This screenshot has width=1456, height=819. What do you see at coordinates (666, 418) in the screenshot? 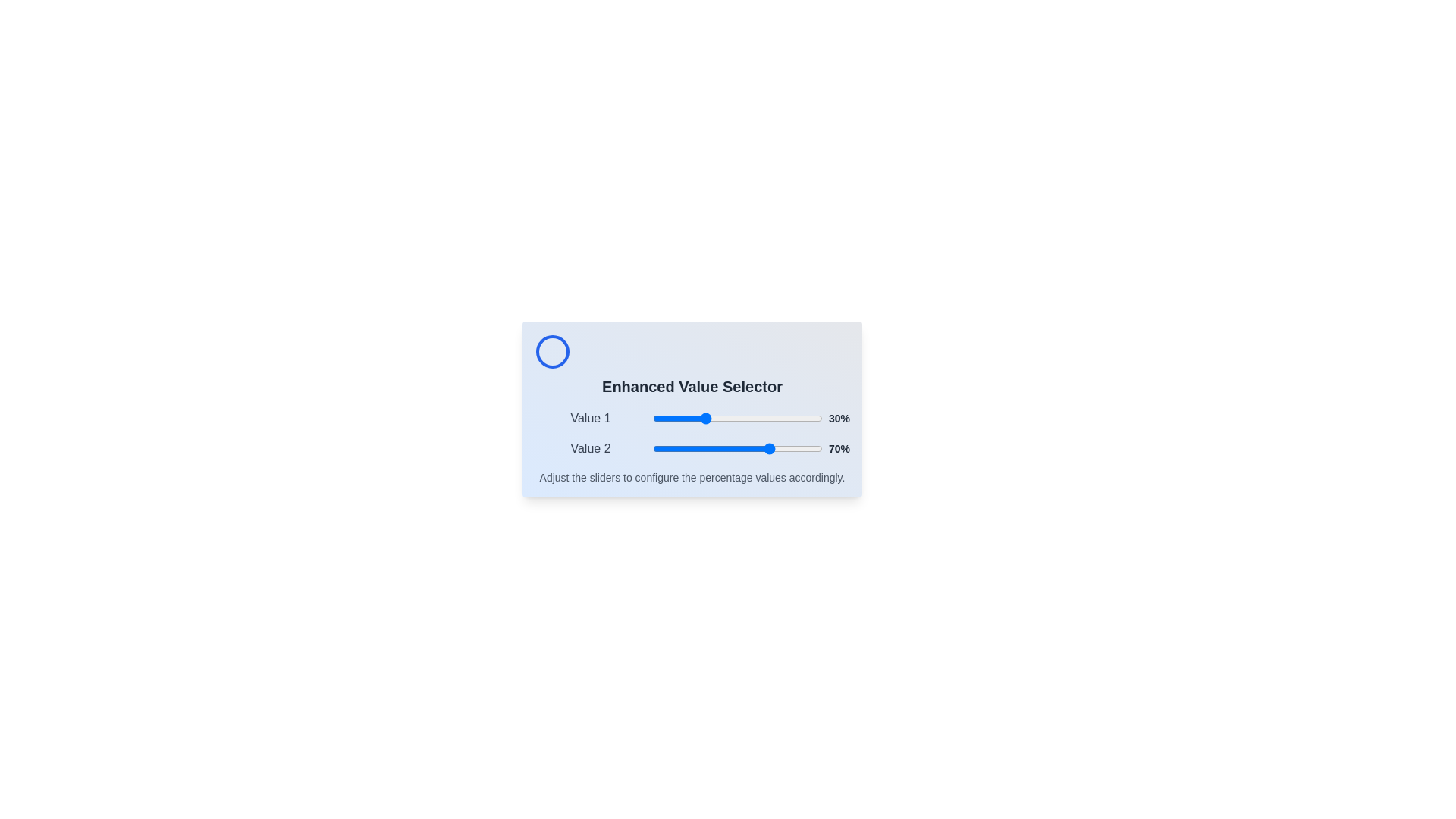
I see `the slider for Value 1 to 8%` at bounding box center [666, 418].